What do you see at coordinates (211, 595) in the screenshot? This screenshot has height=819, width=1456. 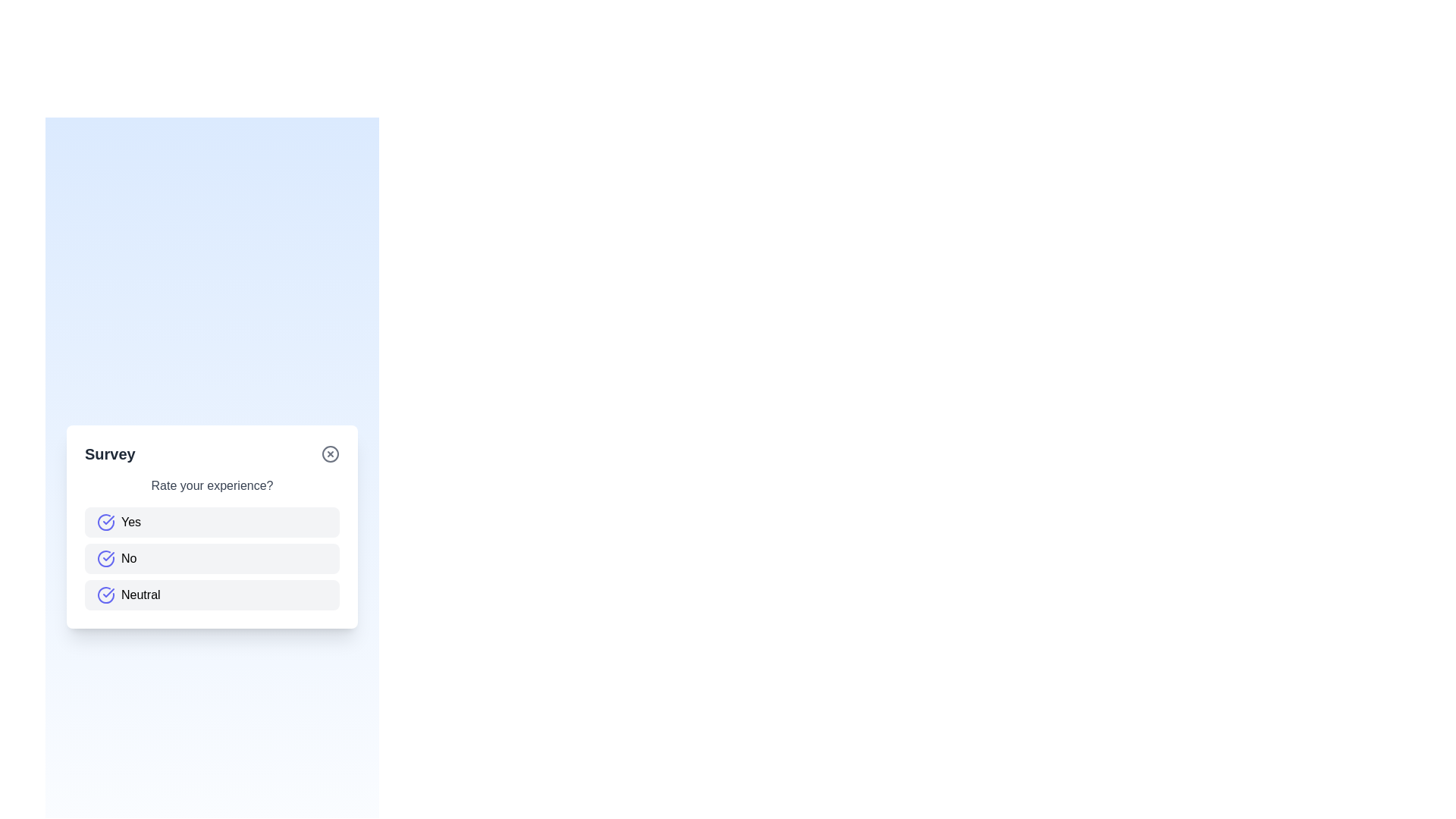 I see `the Neutral button to select the corresponding answer` at bounding box center [211, 595].